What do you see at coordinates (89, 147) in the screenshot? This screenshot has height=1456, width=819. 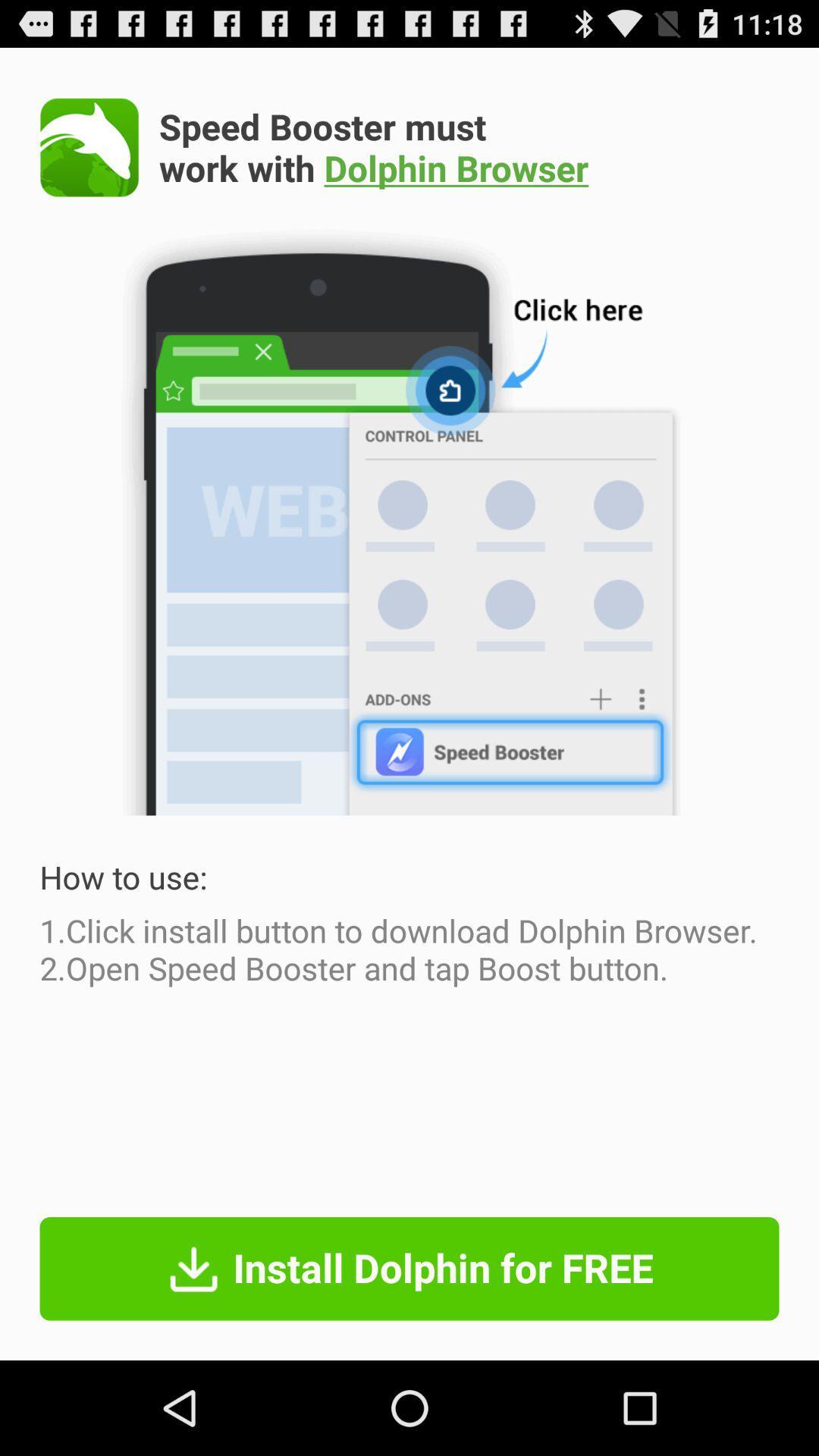 I see `see information about dolphin browser` at bounding box center [89, 147].